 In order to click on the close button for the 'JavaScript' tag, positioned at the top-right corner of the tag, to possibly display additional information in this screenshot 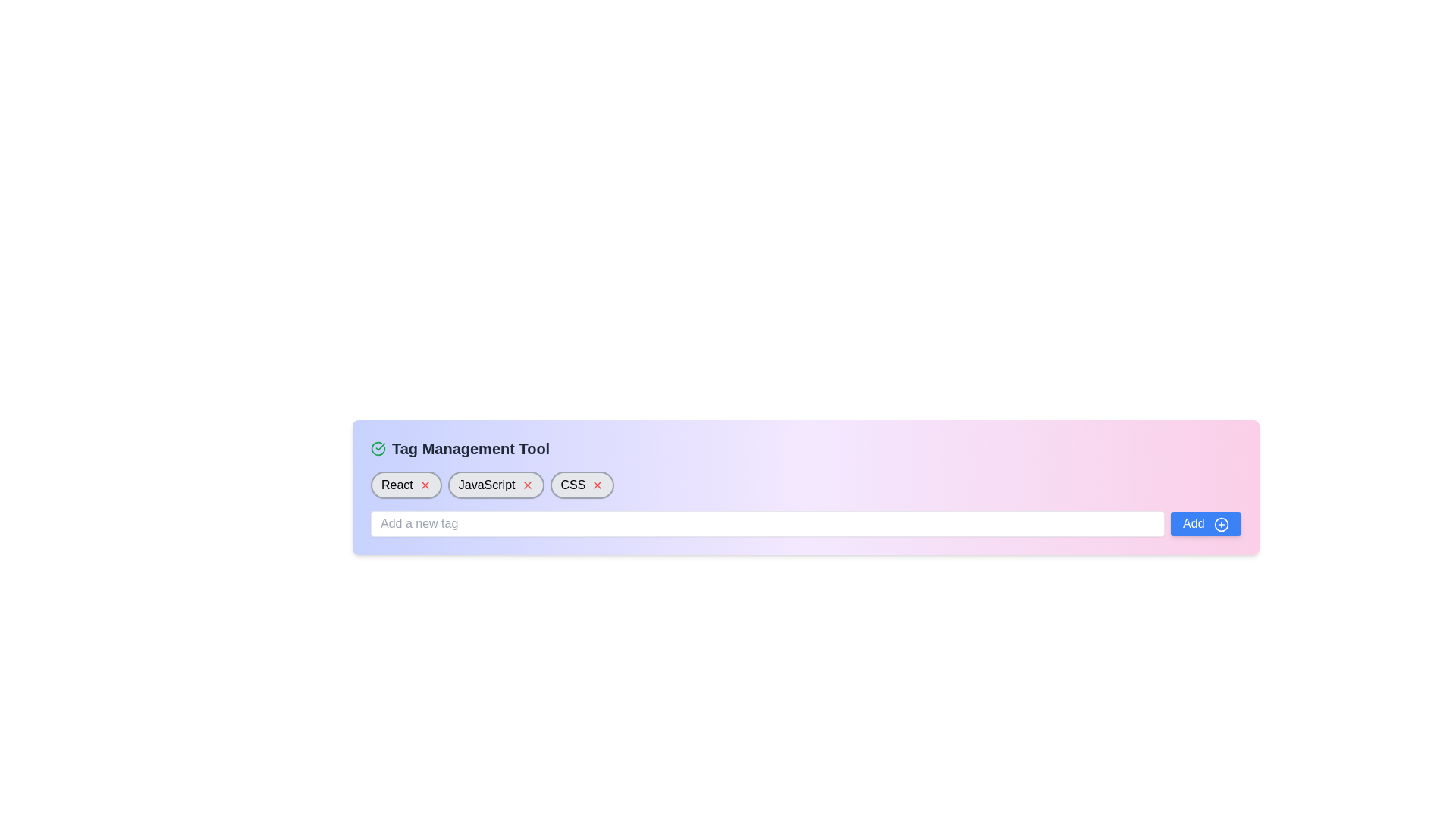, I will do `click(527, 485)`.